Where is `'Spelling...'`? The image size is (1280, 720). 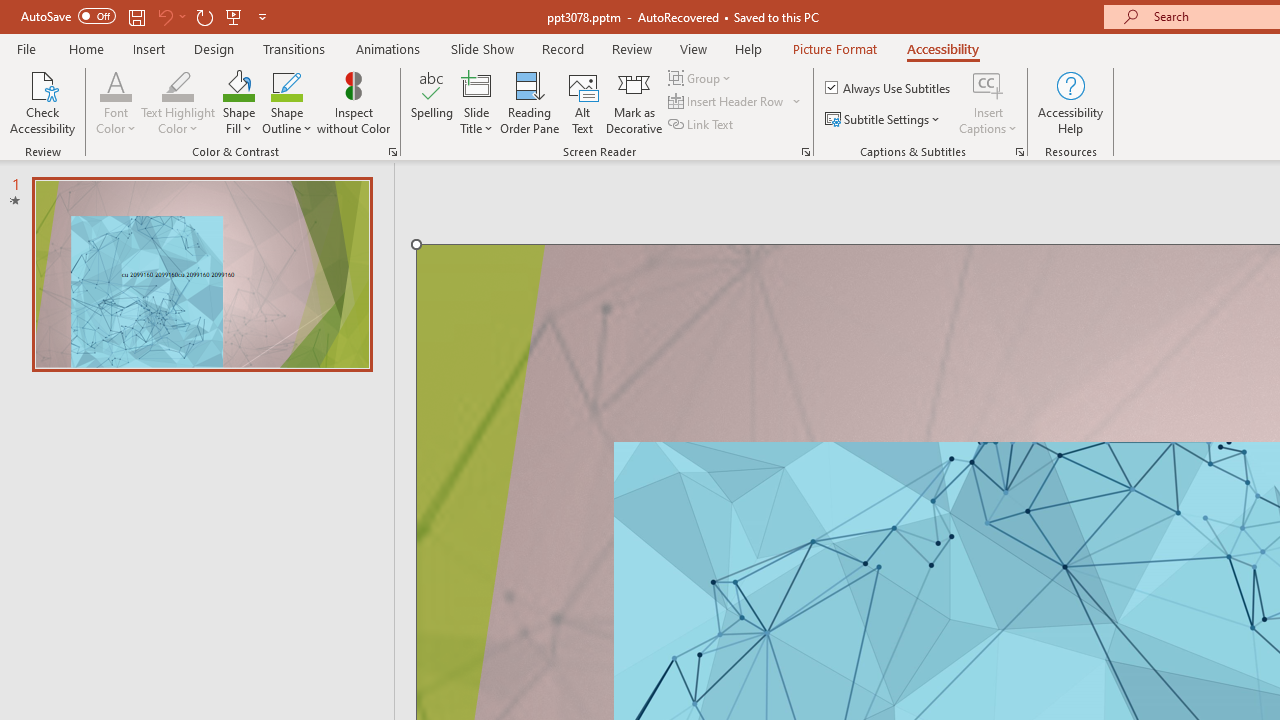 'Spelling...' is located at coordinates (431, 103).